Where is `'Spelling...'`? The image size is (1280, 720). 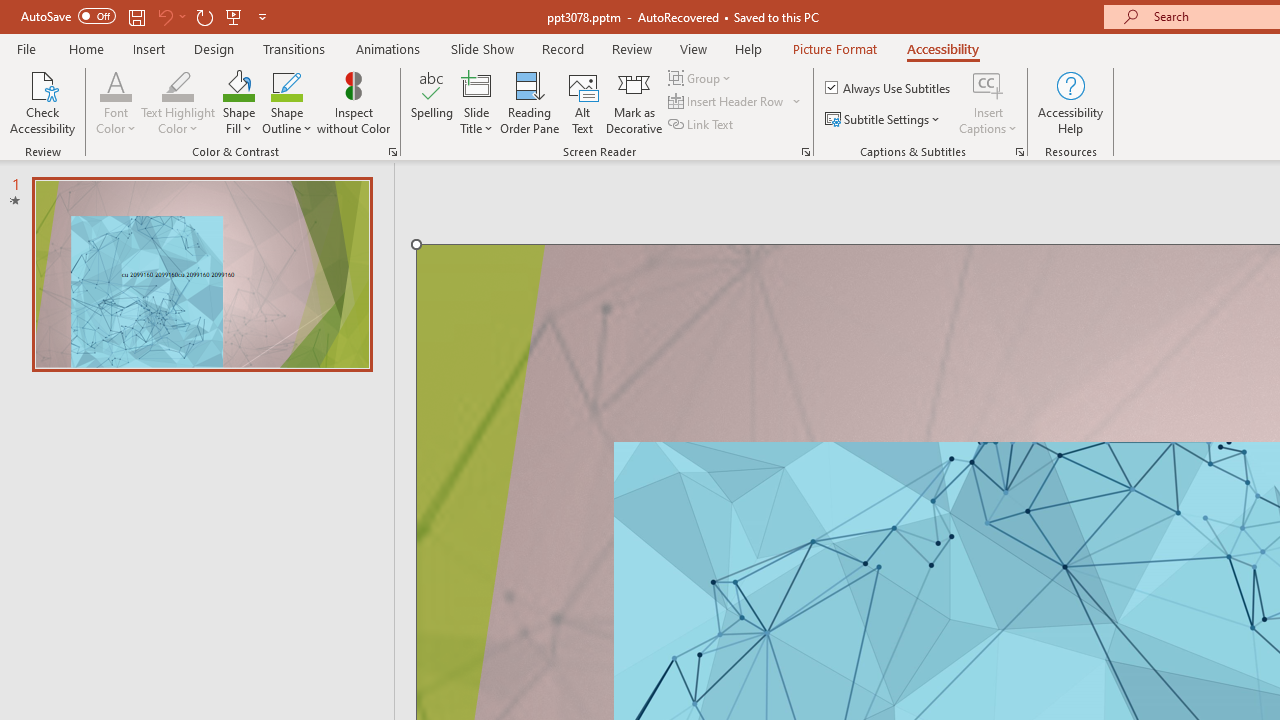 'Spelling...' is located at coordinates (431, 103).